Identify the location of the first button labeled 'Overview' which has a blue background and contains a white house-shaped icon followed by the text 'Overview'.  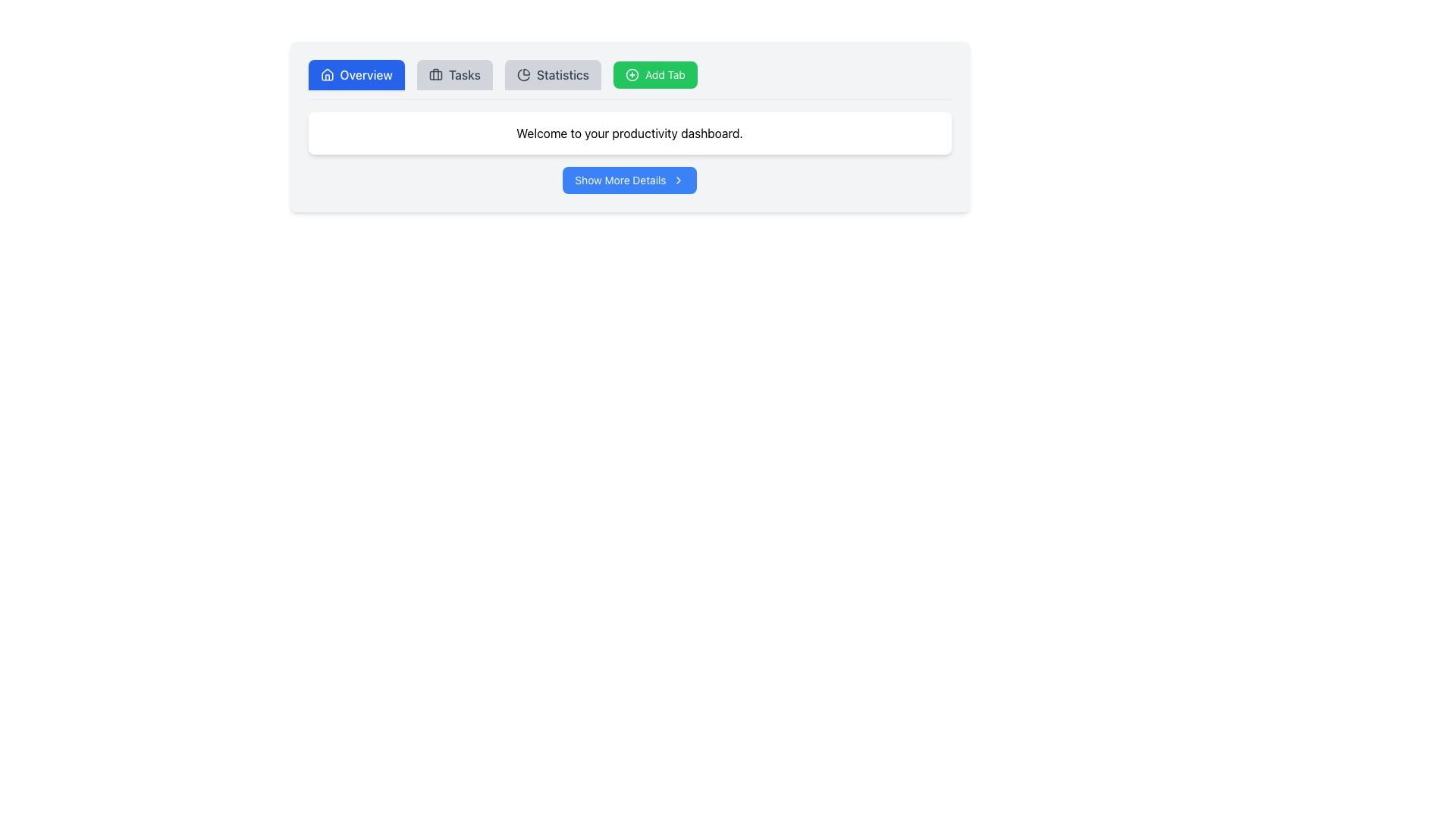
(356, 75).